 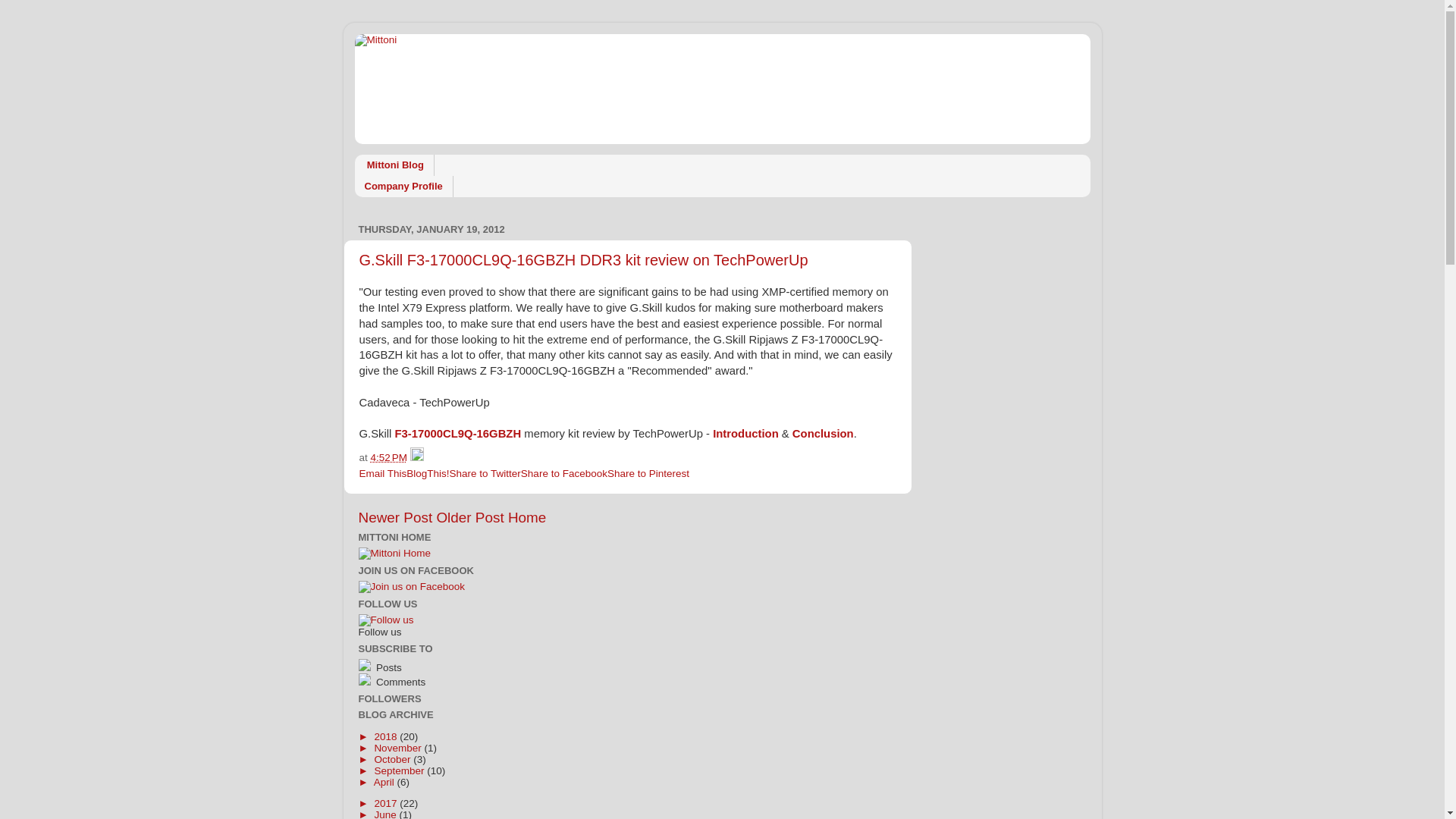 What do you see at coordinates (469, 516) in the screenshot?
I see `'Older Post'` at bounding box center [469, 516].